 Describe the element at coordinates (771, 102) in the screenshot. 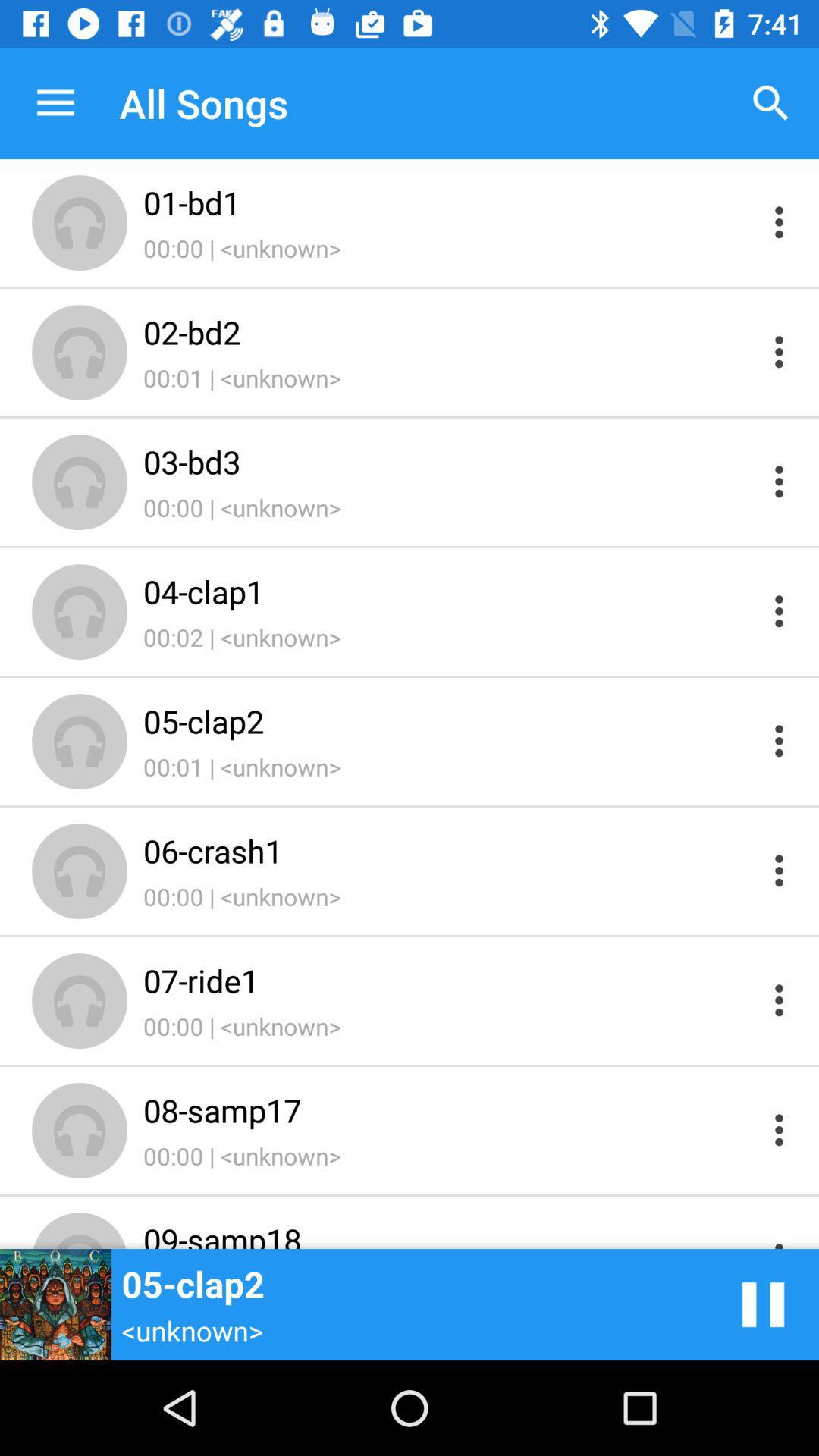

I see `icon to the right of all songs icon` at that location.